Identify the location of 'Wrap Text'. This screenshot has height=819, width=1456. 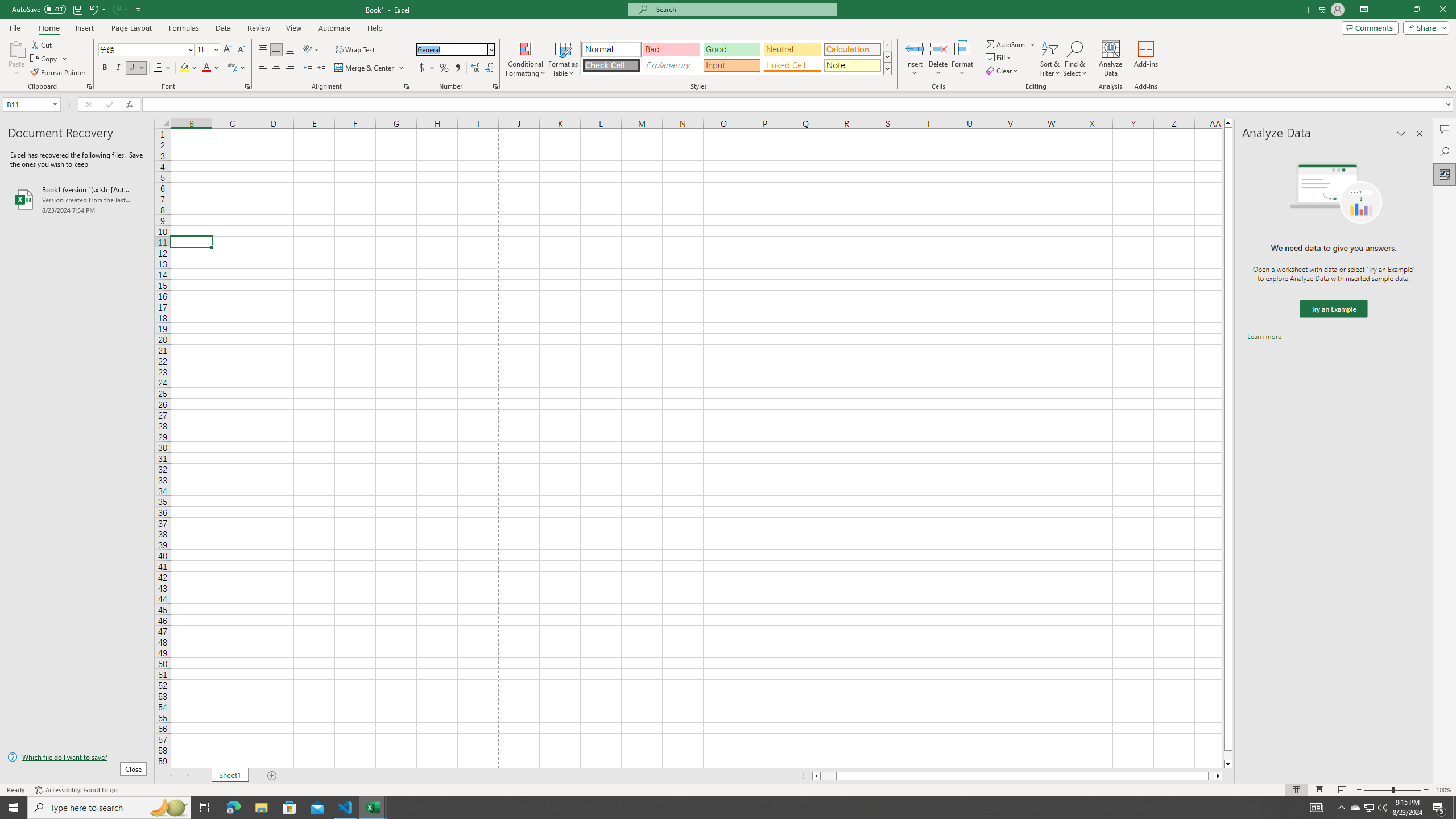
(355, 49).